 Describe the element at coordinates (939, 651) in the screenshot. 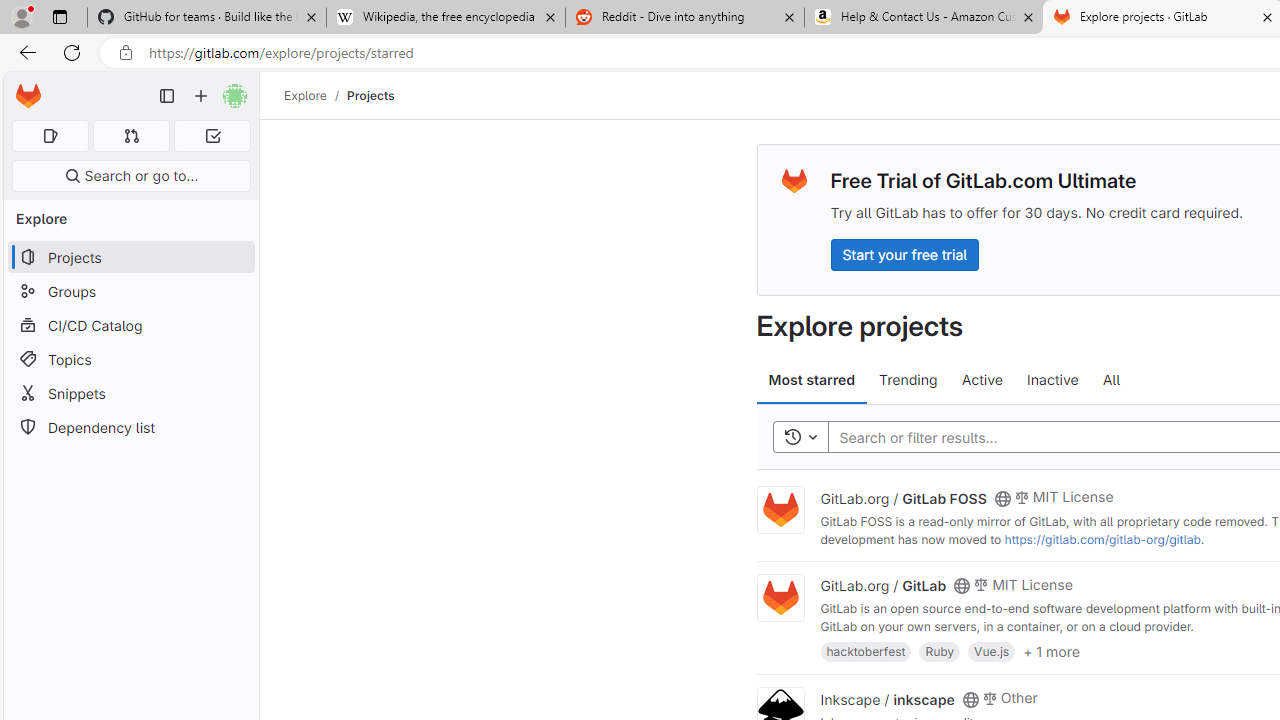

I see `'Ruby'` at that location.